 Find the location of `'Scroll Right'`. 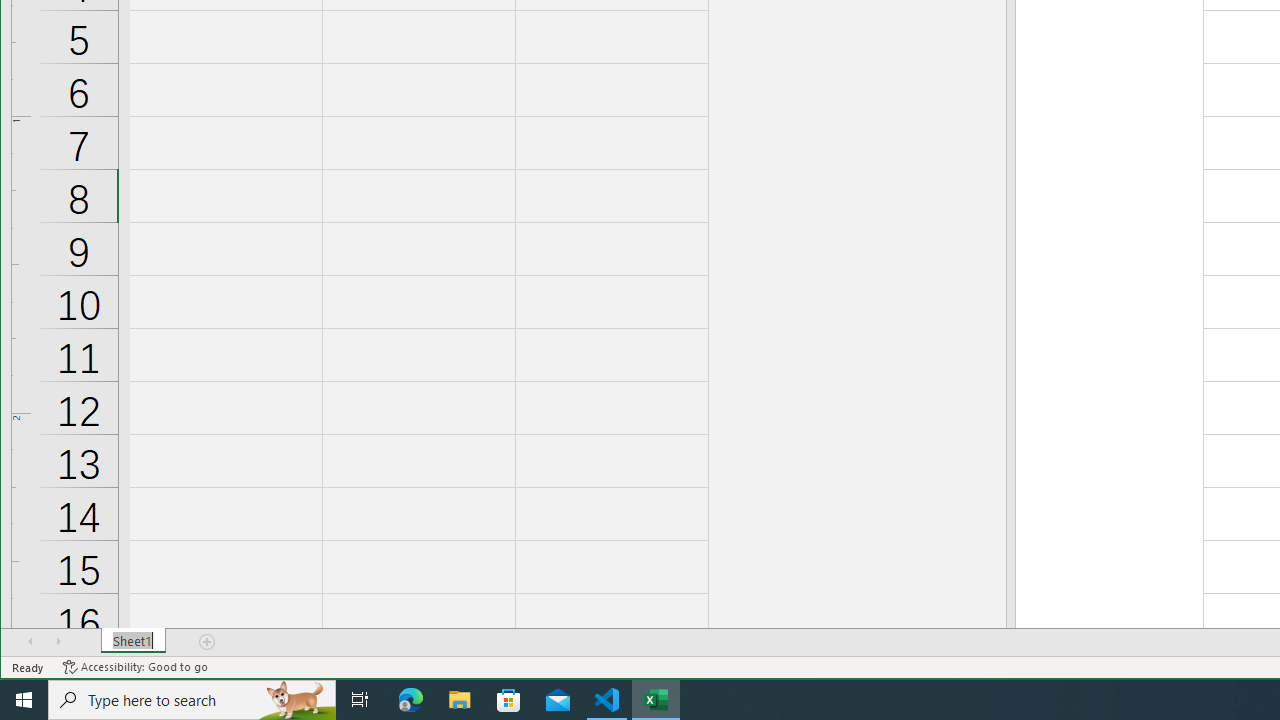

'Scroll Right' is located at coordinates (58, 641).